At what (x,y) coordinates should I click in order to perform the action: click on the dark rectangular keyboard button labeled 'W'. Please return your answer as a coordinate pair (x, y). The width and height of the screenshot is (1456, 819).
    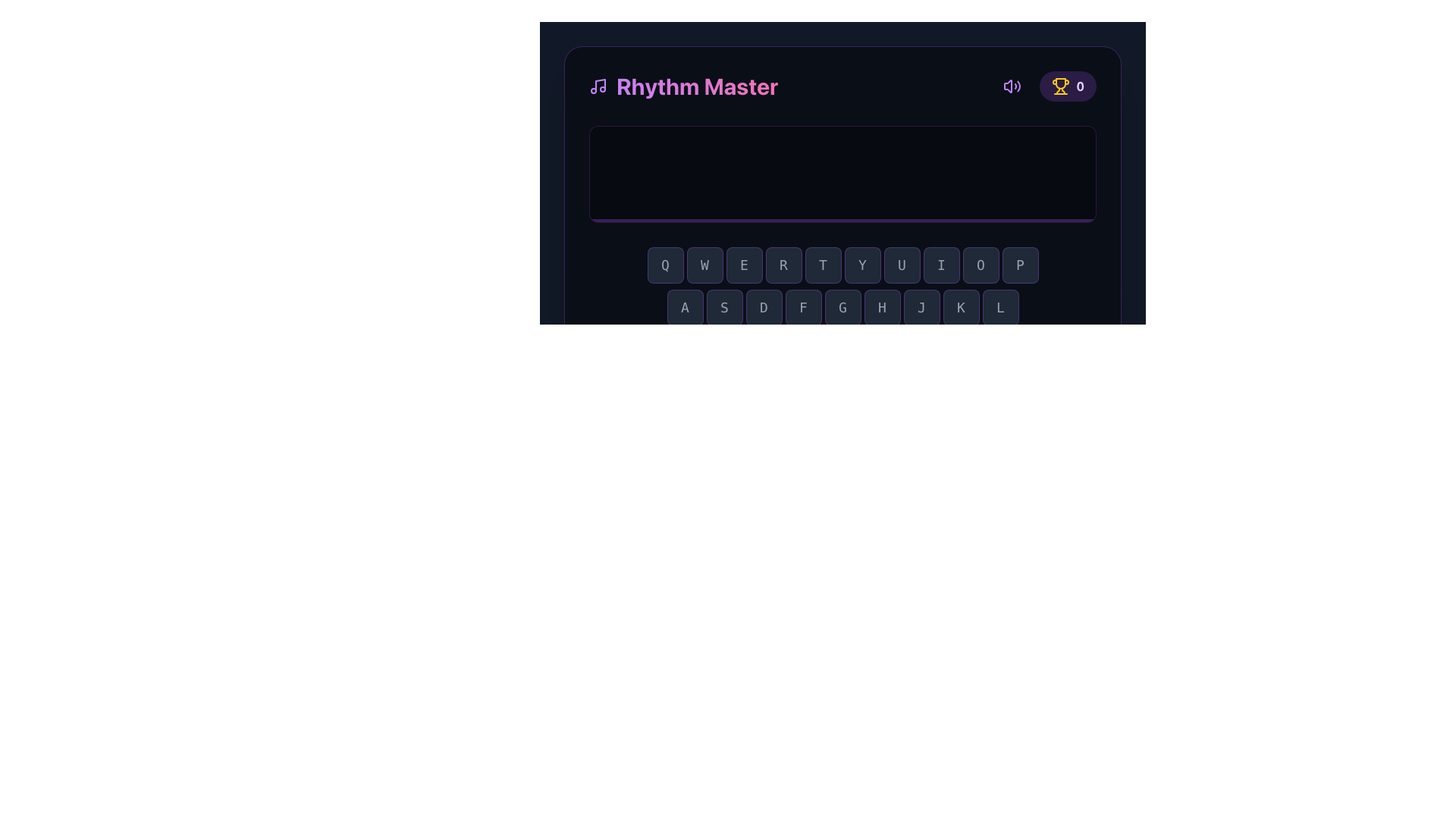
    Looking at the image, I should click on (704, 265).